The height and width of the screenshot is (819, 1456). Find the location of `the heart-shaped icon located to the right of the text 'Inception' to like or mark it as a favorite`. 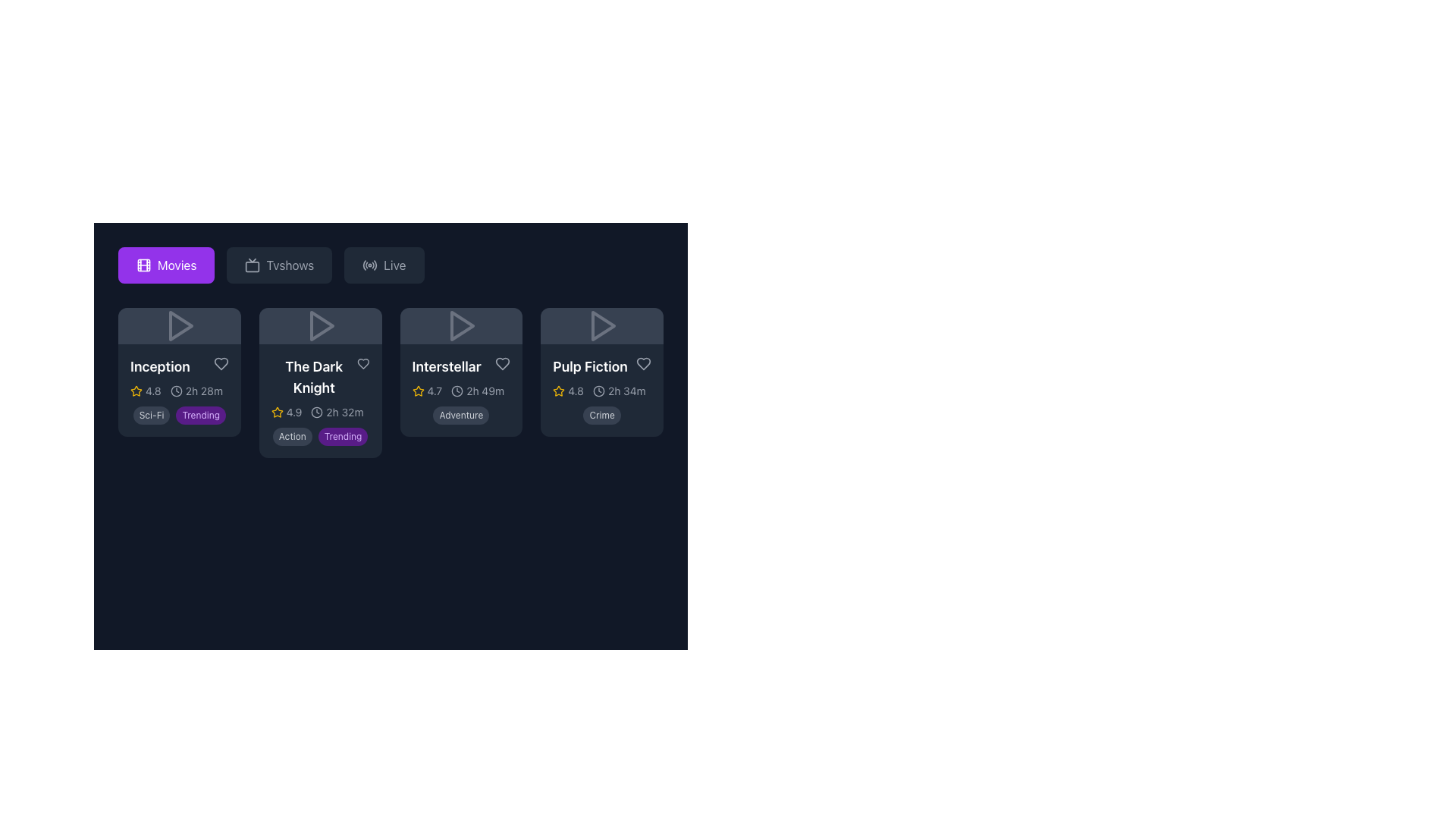

the heart-shaped icon located to the right of the text 'Inception' to like or mark it as a favorite is located at coordinates (220, 363).